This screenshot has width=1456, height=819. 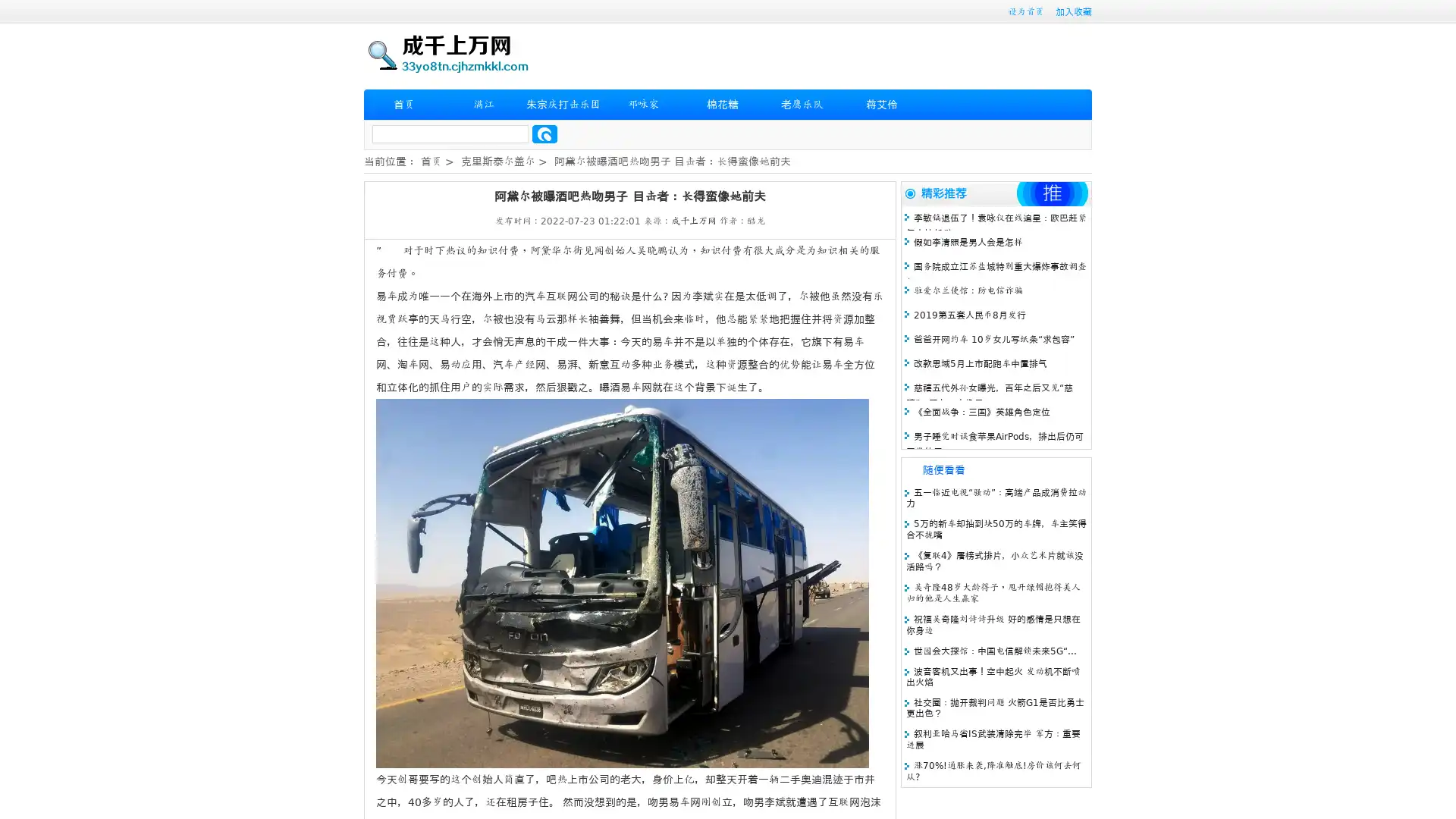 What do you see at coordinates (544, 133) in the screenshot?
I see `Search` at bounding box center [544, 133].